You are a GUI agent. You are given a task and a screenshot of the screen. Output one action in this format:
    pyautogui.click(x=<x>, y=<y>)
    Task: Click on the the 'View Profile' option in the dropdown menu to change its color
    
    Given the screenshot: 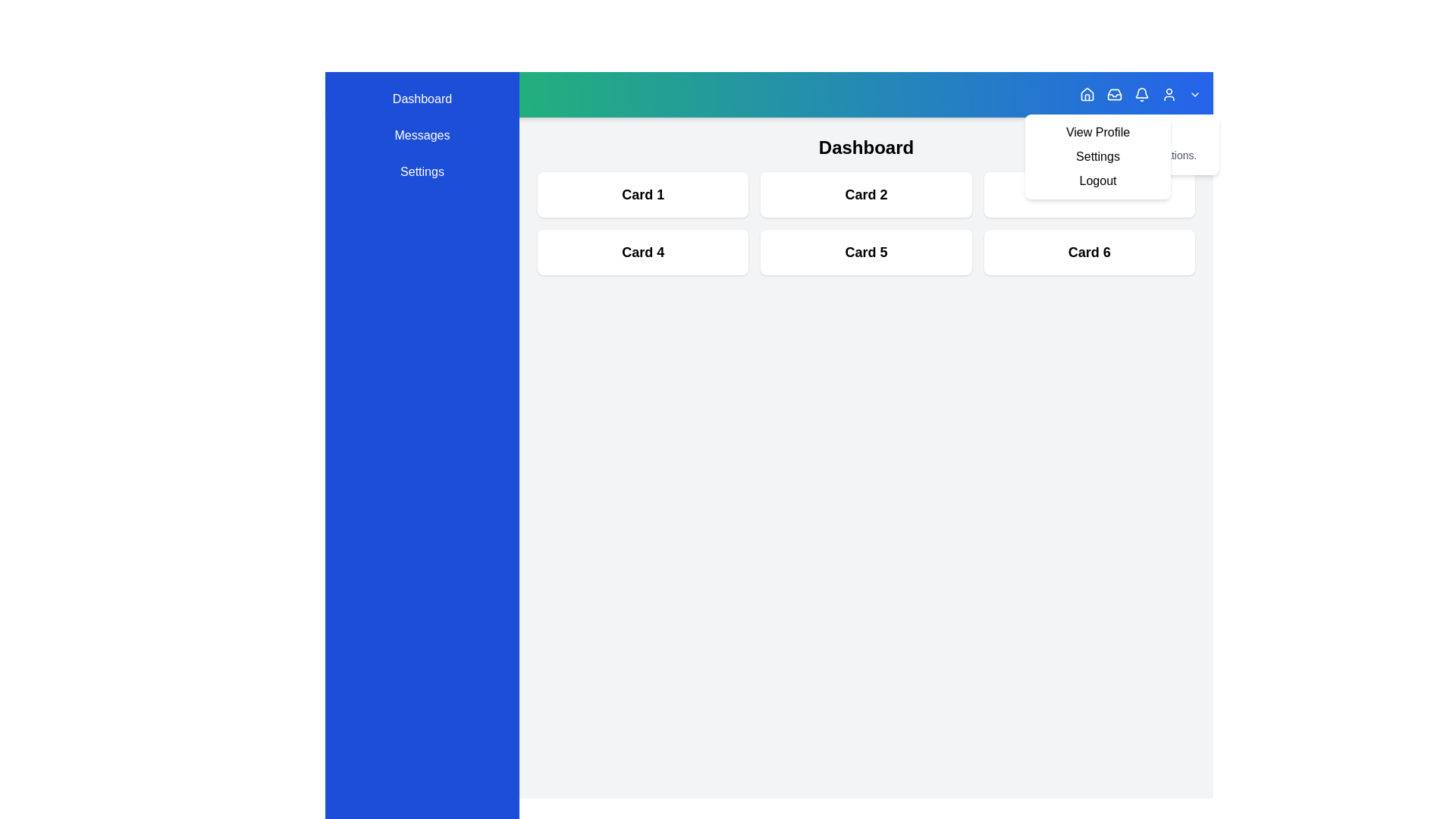 What is the action you would take?
    pyautogui.click(x=1098, y=131)
    